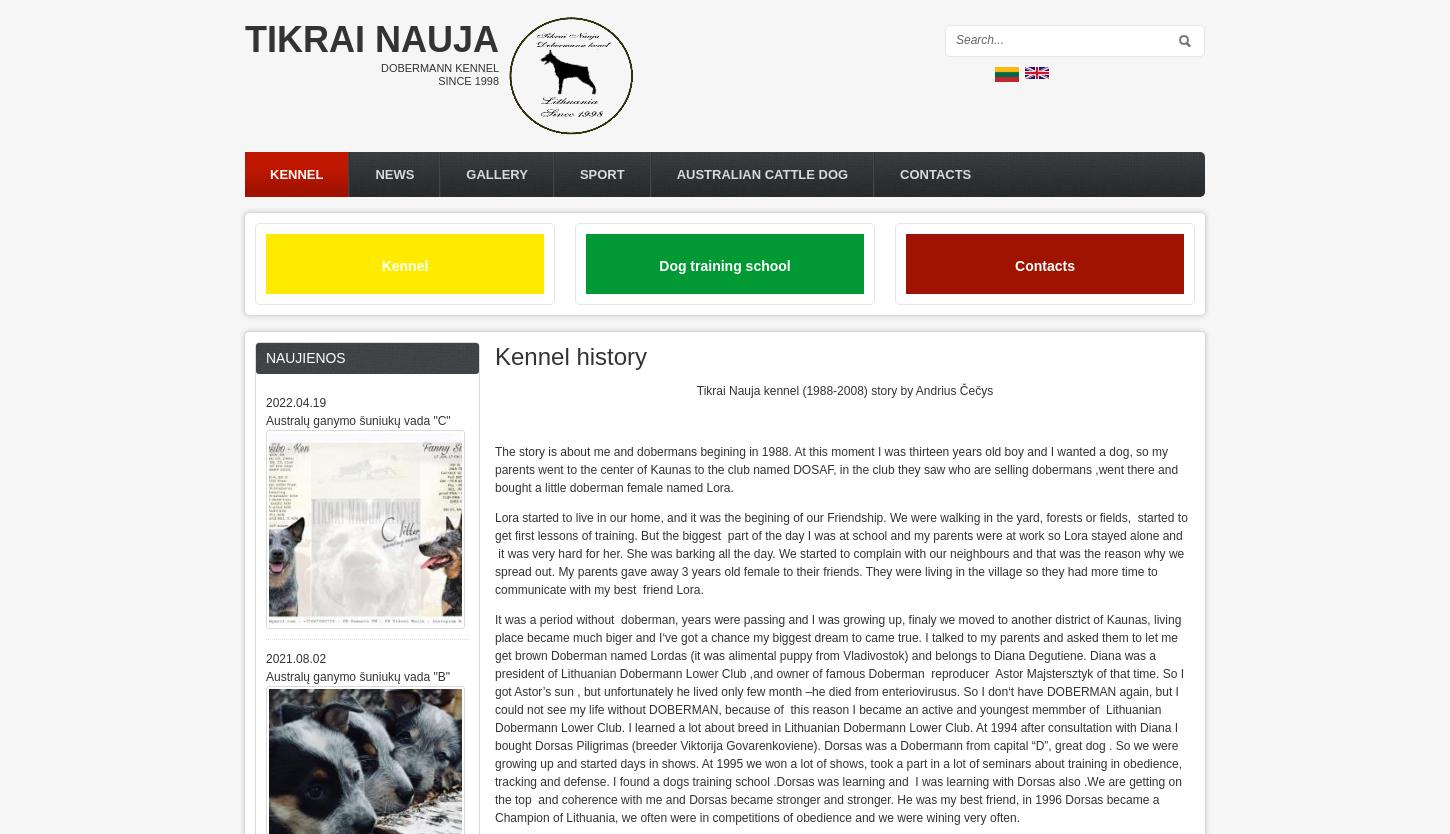 The image size is (1450, 834). What do you see at coordinates (403, 264) in the screenshot?
I see `'Kennel'` at bounding box center [403, 264].